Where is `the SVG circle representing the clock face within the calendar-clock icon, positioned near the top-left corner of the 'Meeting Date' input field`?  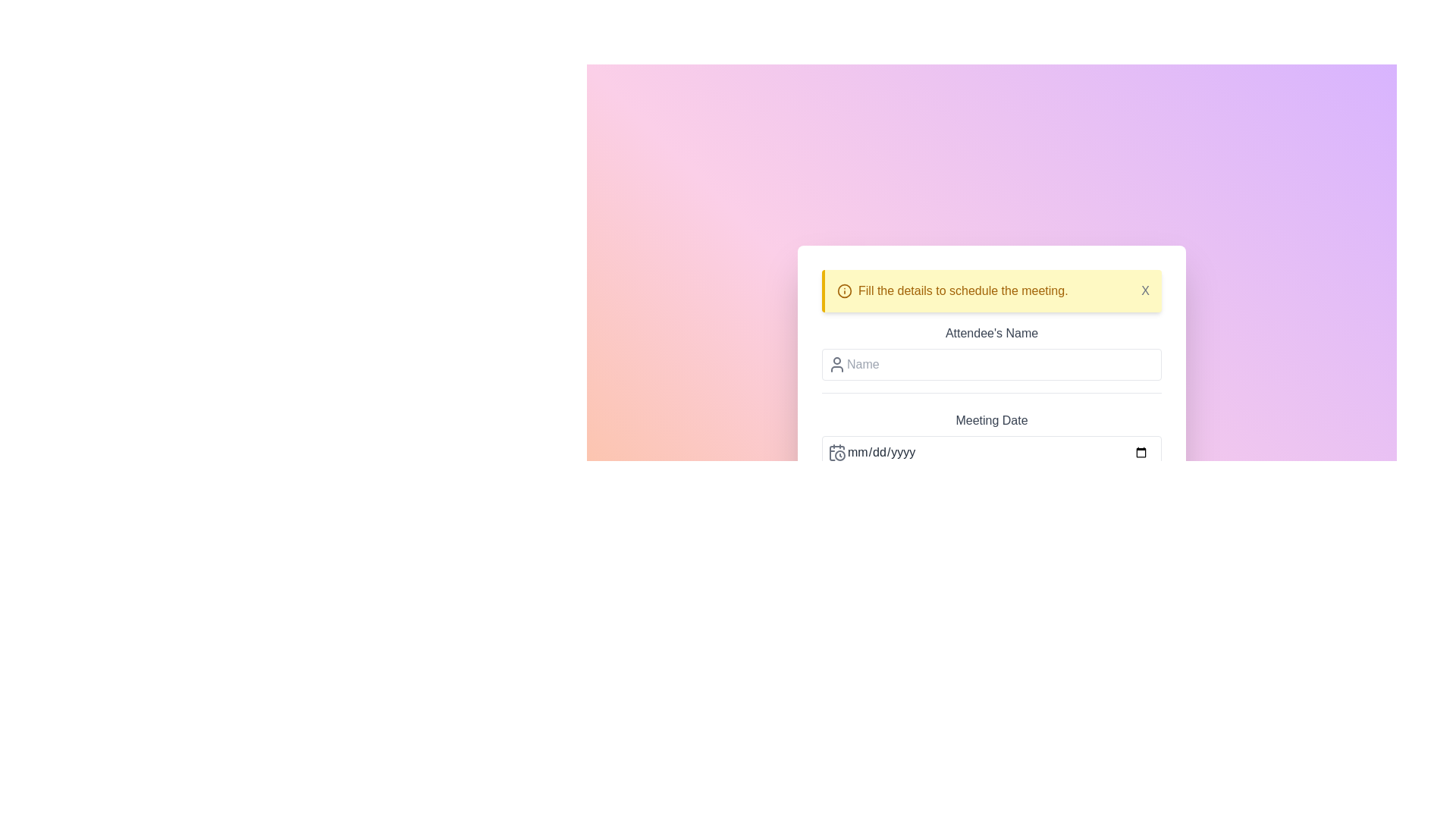
the SVG circle representing the clock face within the calendar-clock icon, positioned near the top-left corner of the 'Meeting Date' input field is located at coordinates (839, 455).